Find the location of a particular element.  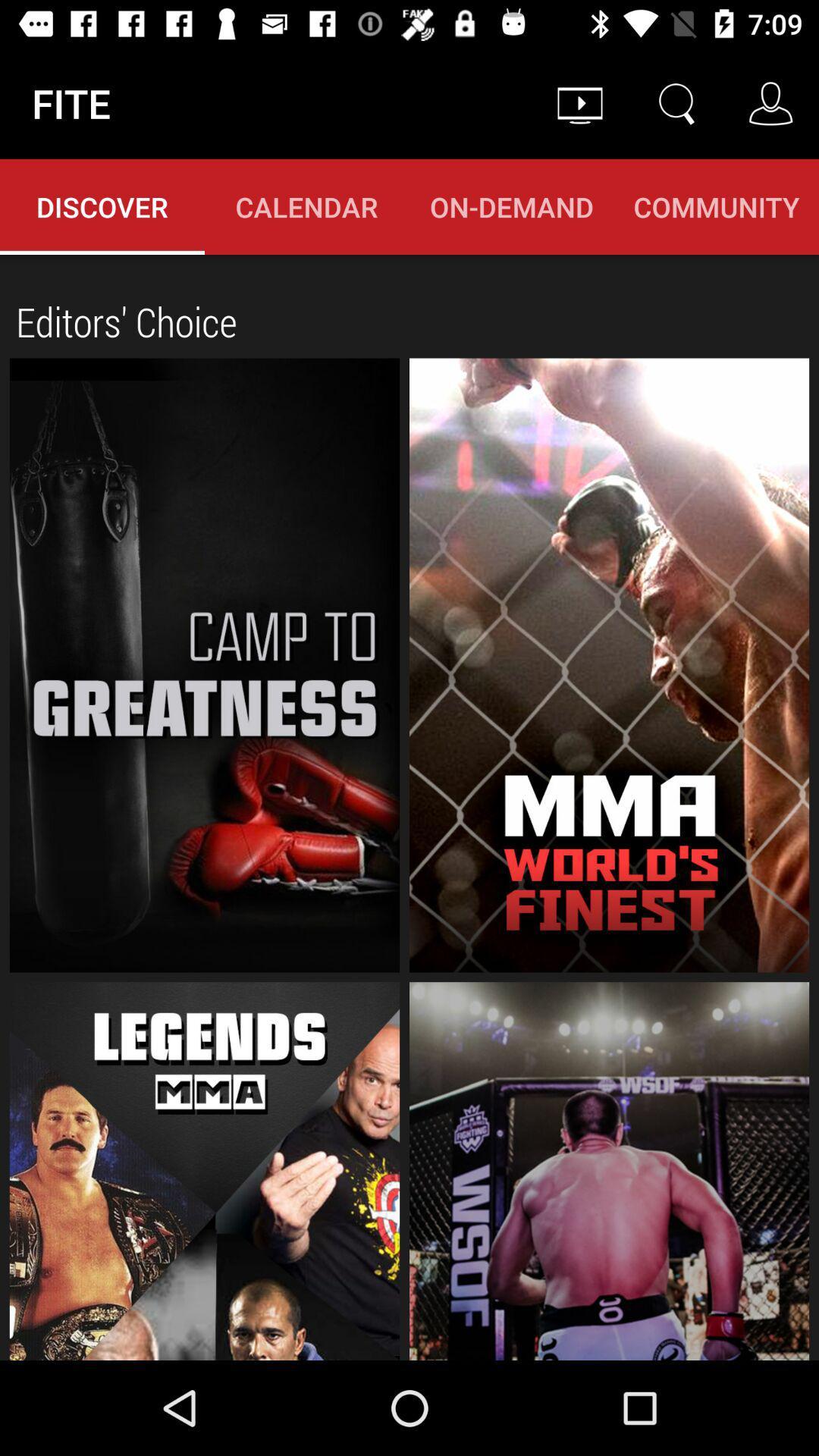

the app to the right of fite item is located at coordinates (579, 102).